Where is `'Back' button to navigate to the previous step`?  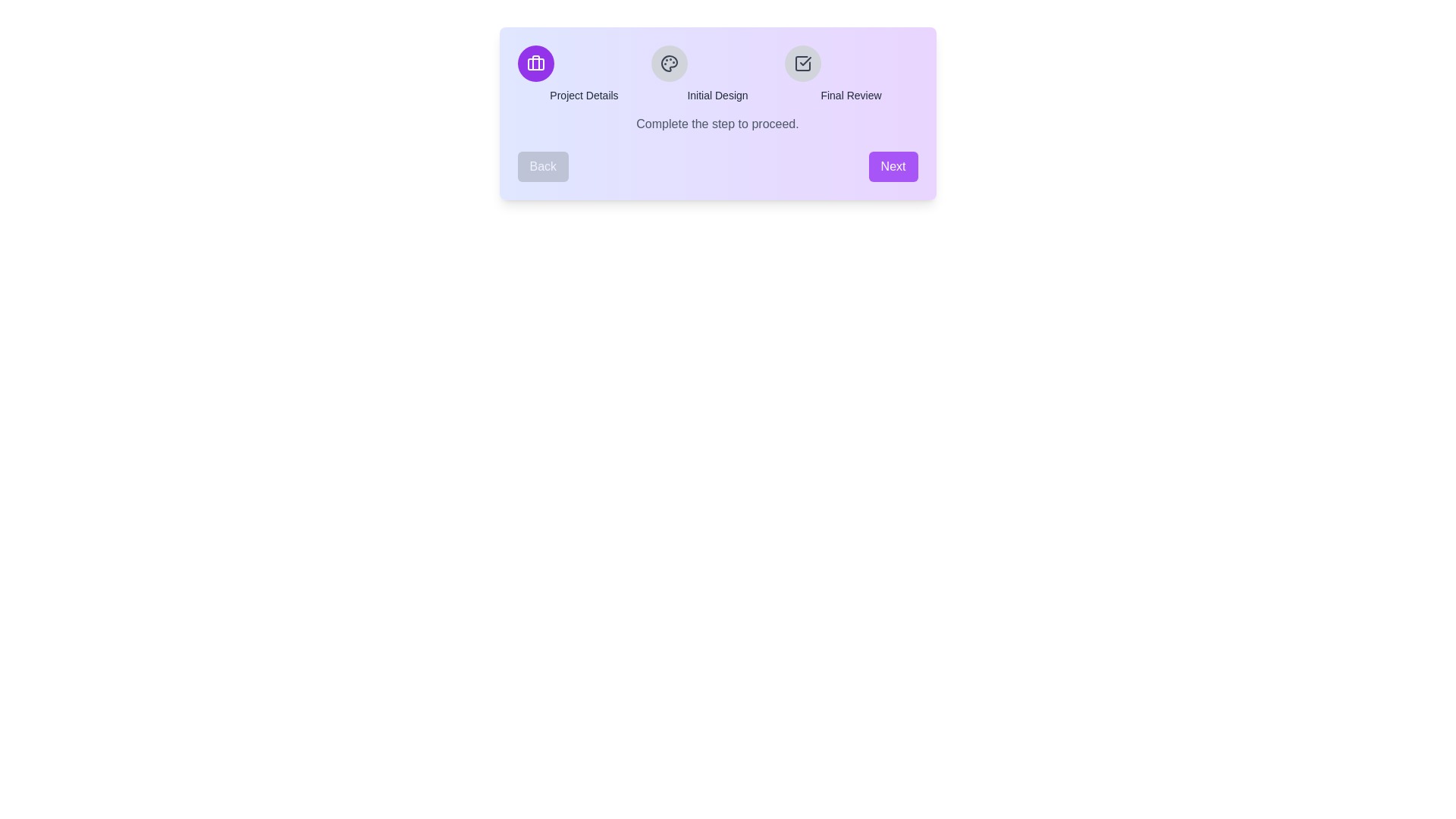 'Back' button to navigate to the previous step is located at coordinates (543, 166).